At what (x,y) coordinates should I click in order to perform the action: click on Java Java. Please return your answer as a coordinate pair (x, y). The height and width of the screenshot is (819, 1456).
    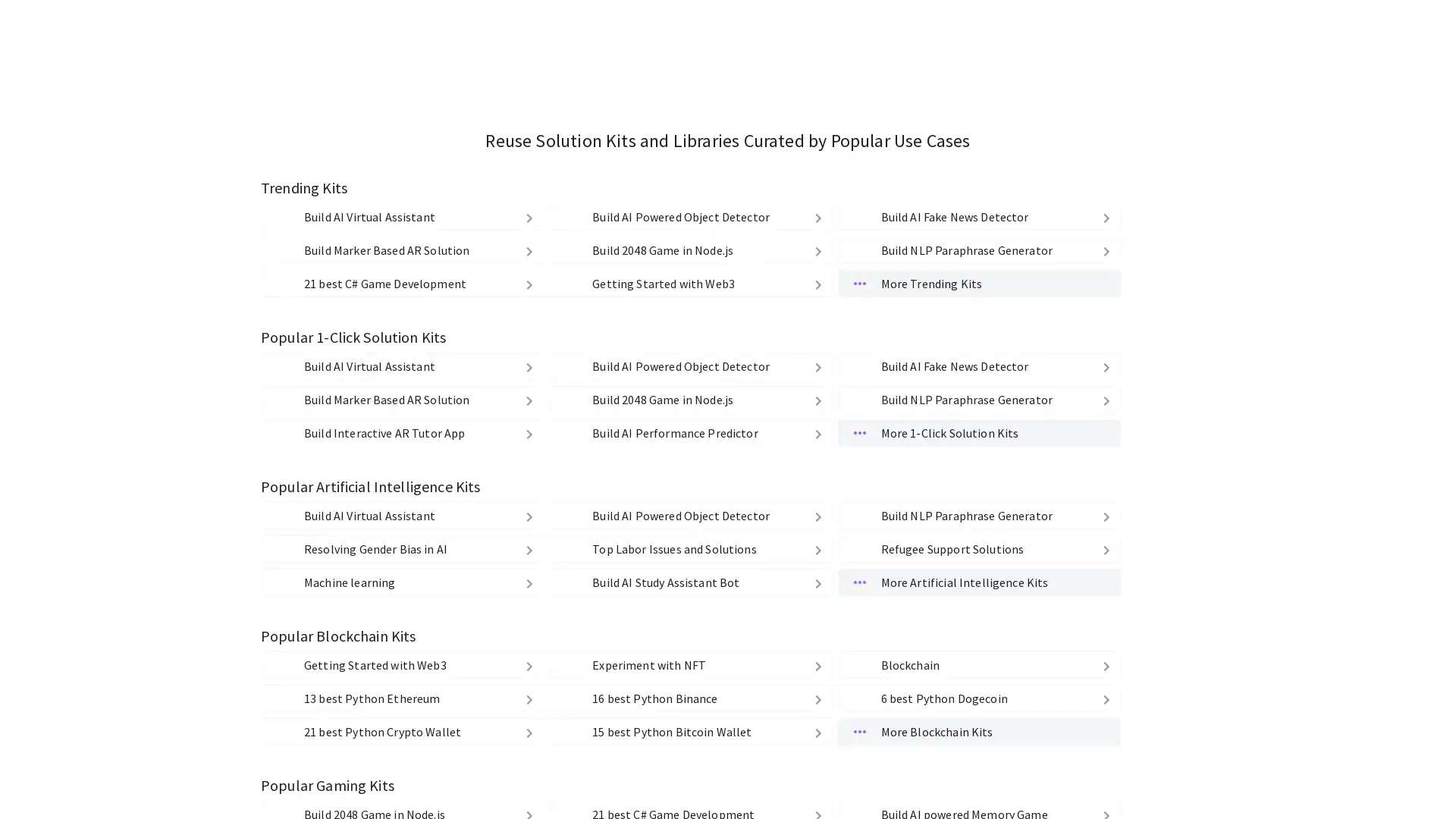
    Looking at the image, I should click on (369, 380).